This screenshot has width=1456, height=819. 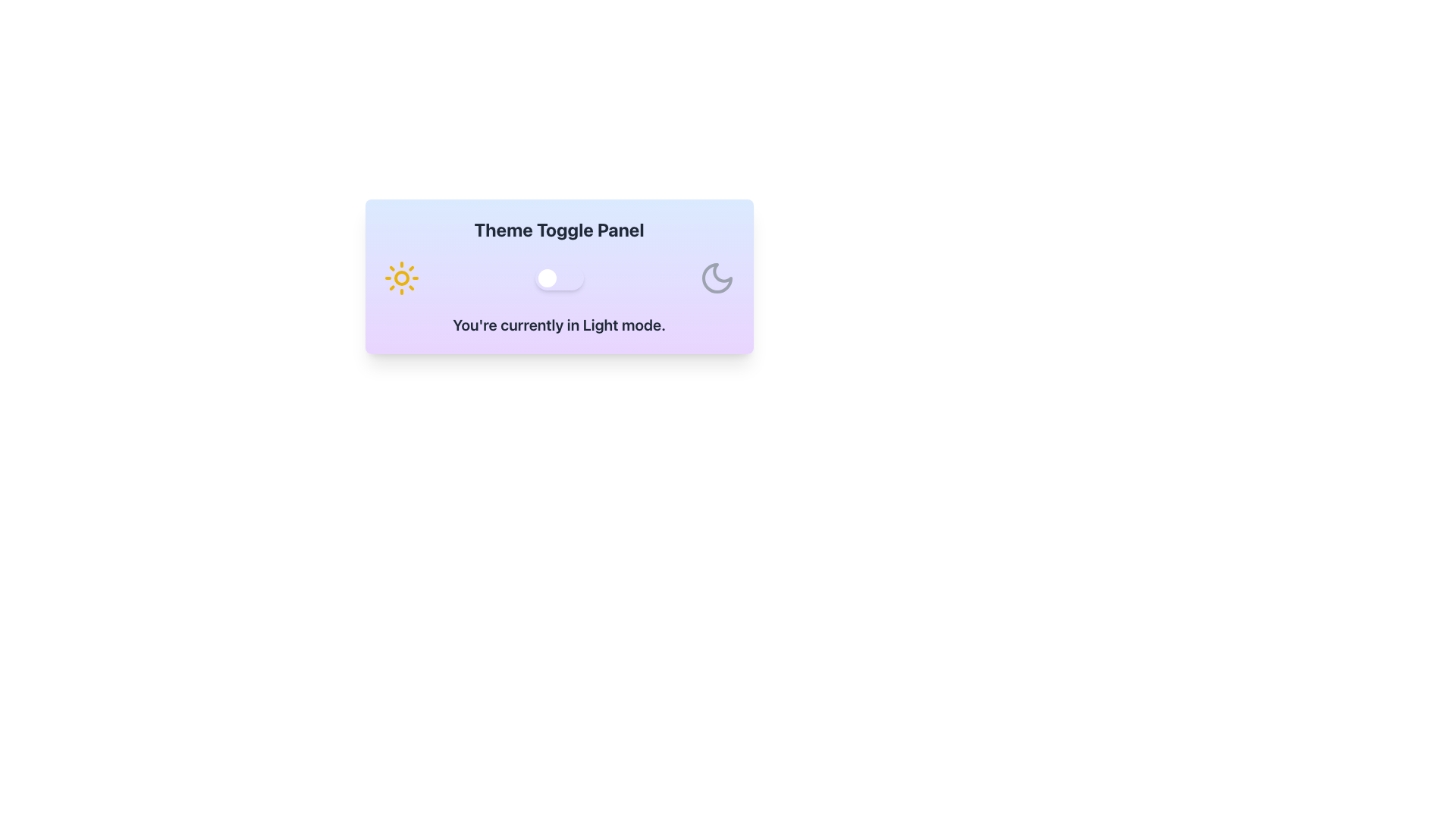 What do you see at coordinates (716, 278) in the screenshot?
I see `the crescent moon icon in the top-right corner of the Theme Toggle Panel` at bounding box center [716, 278].